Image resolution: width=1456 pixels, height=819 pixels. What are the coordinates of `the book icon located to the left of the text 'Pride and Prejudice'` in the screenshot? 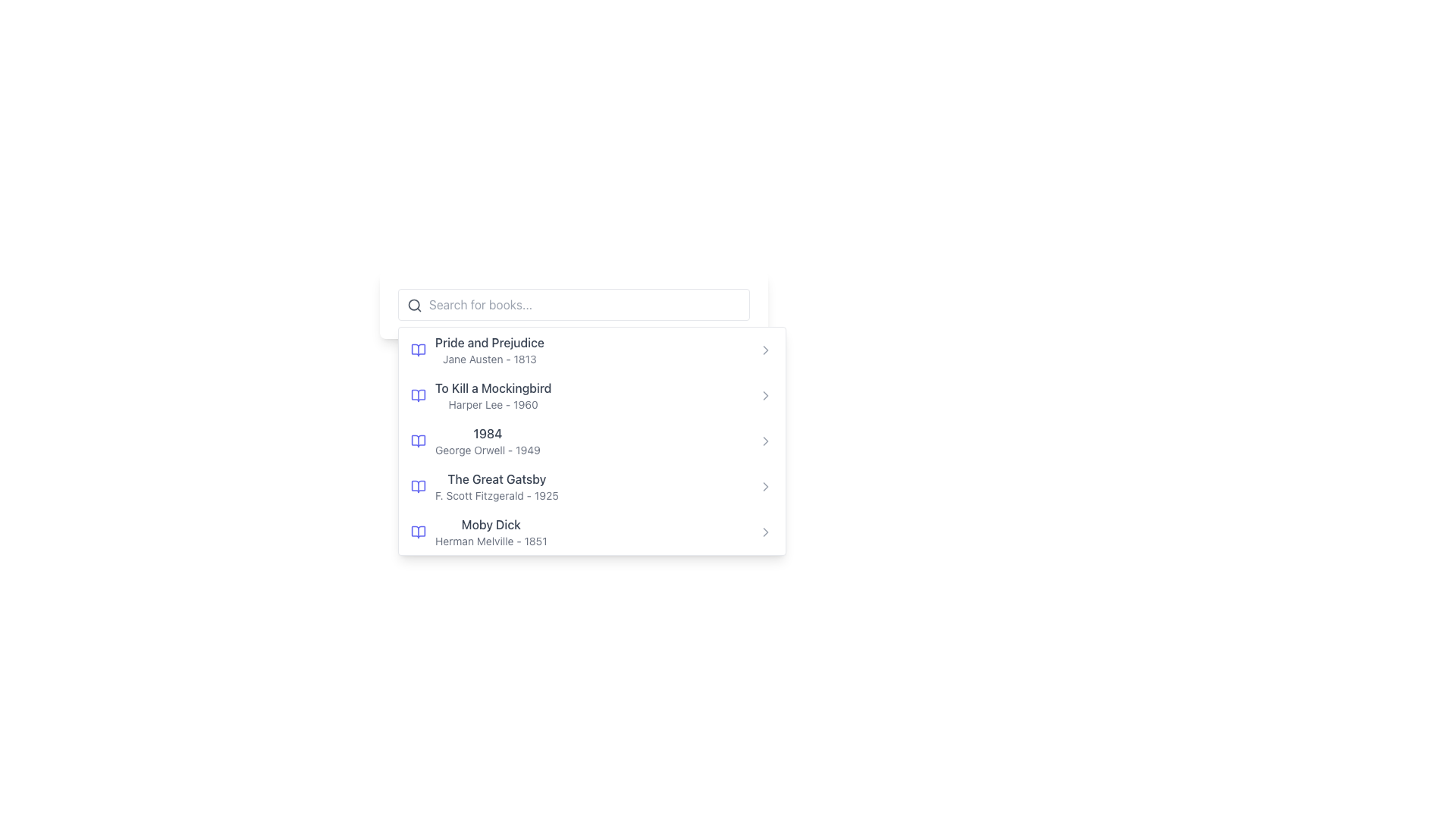 It's located at (419, 350).